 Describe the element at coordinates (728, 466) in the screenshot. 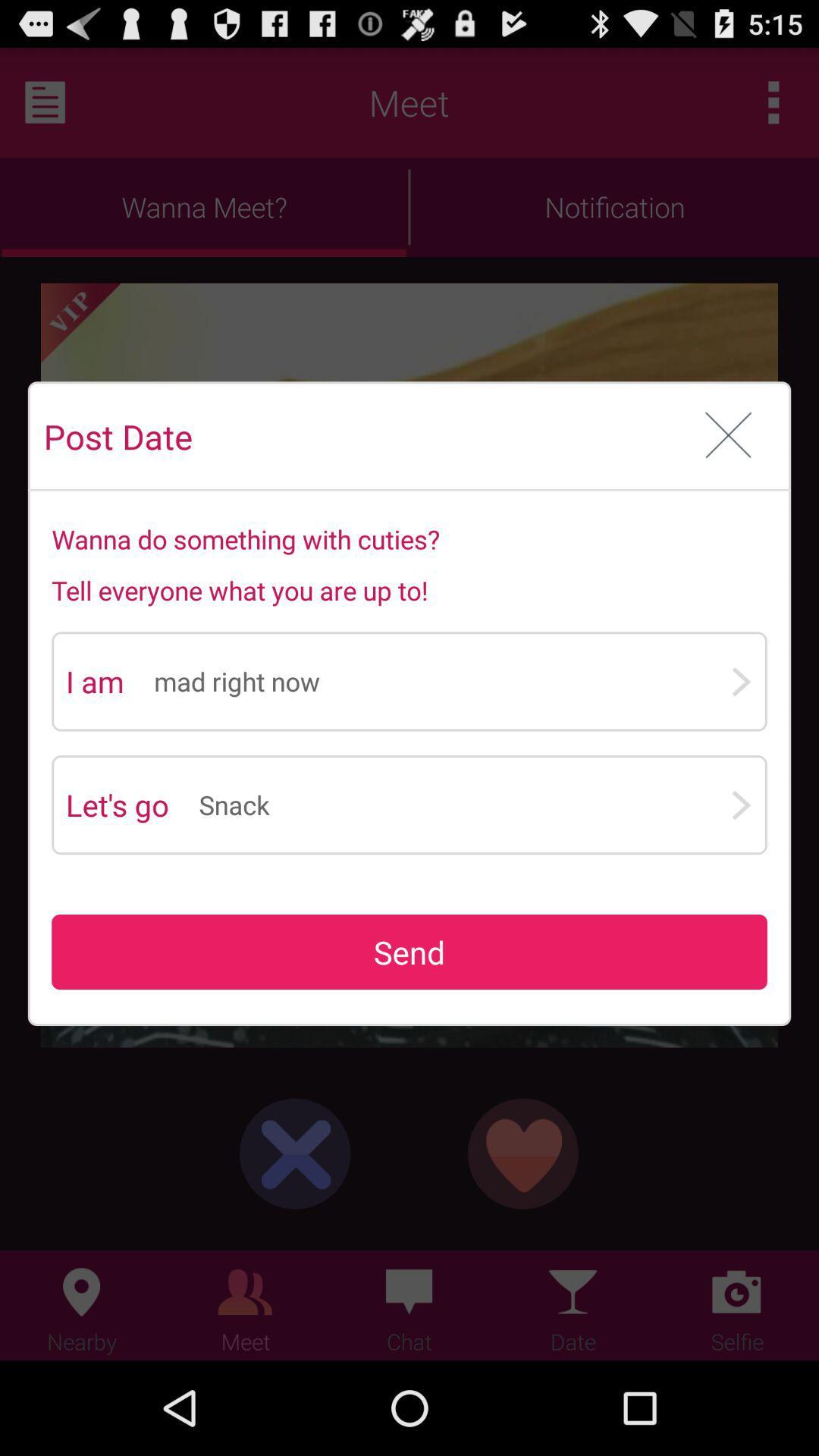

I see `the close icon` at that location.